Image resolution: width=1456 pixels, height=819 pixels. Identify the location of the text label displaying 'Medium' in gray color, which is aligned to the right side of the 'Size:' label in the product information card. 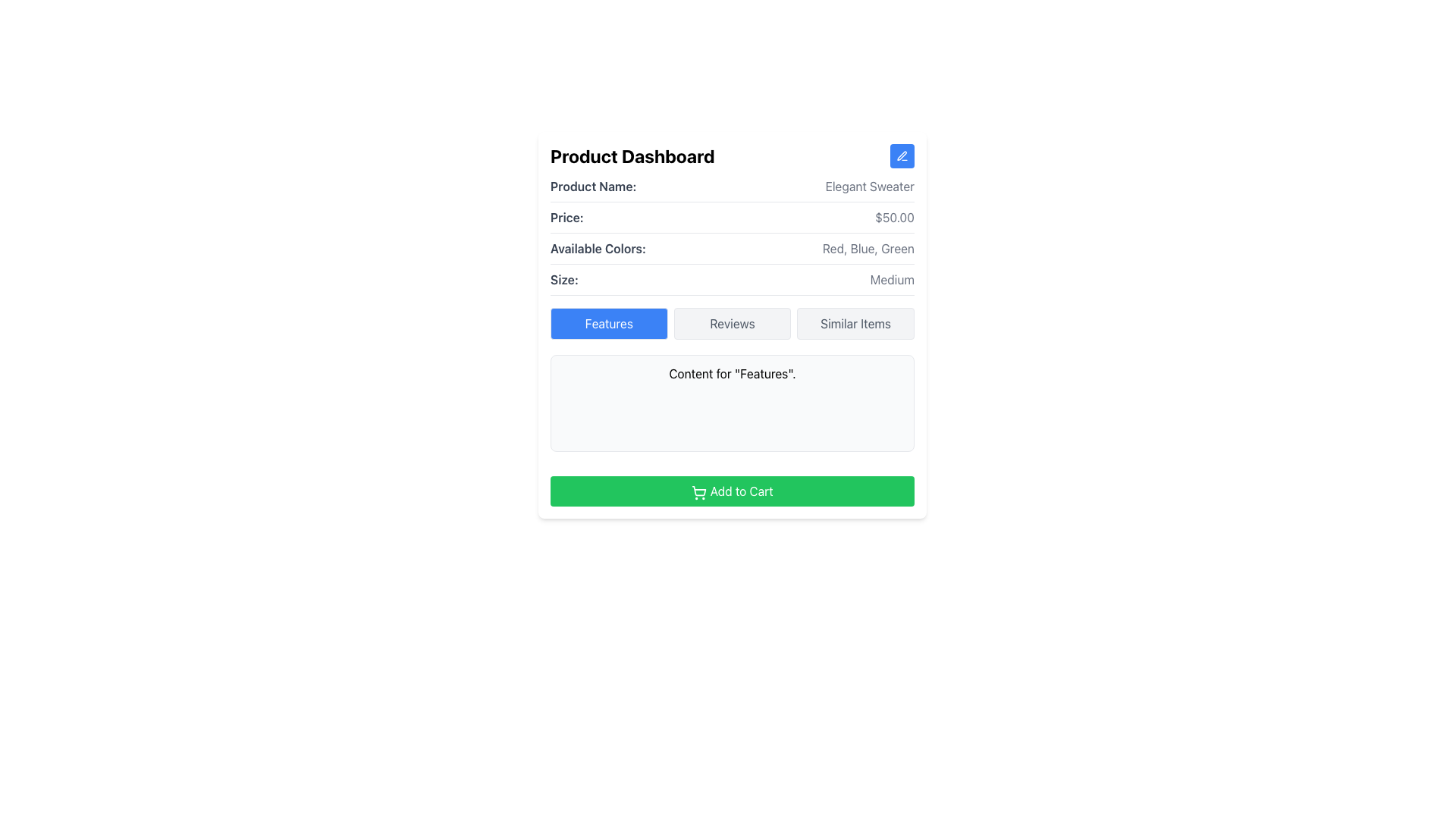
(892, 280).